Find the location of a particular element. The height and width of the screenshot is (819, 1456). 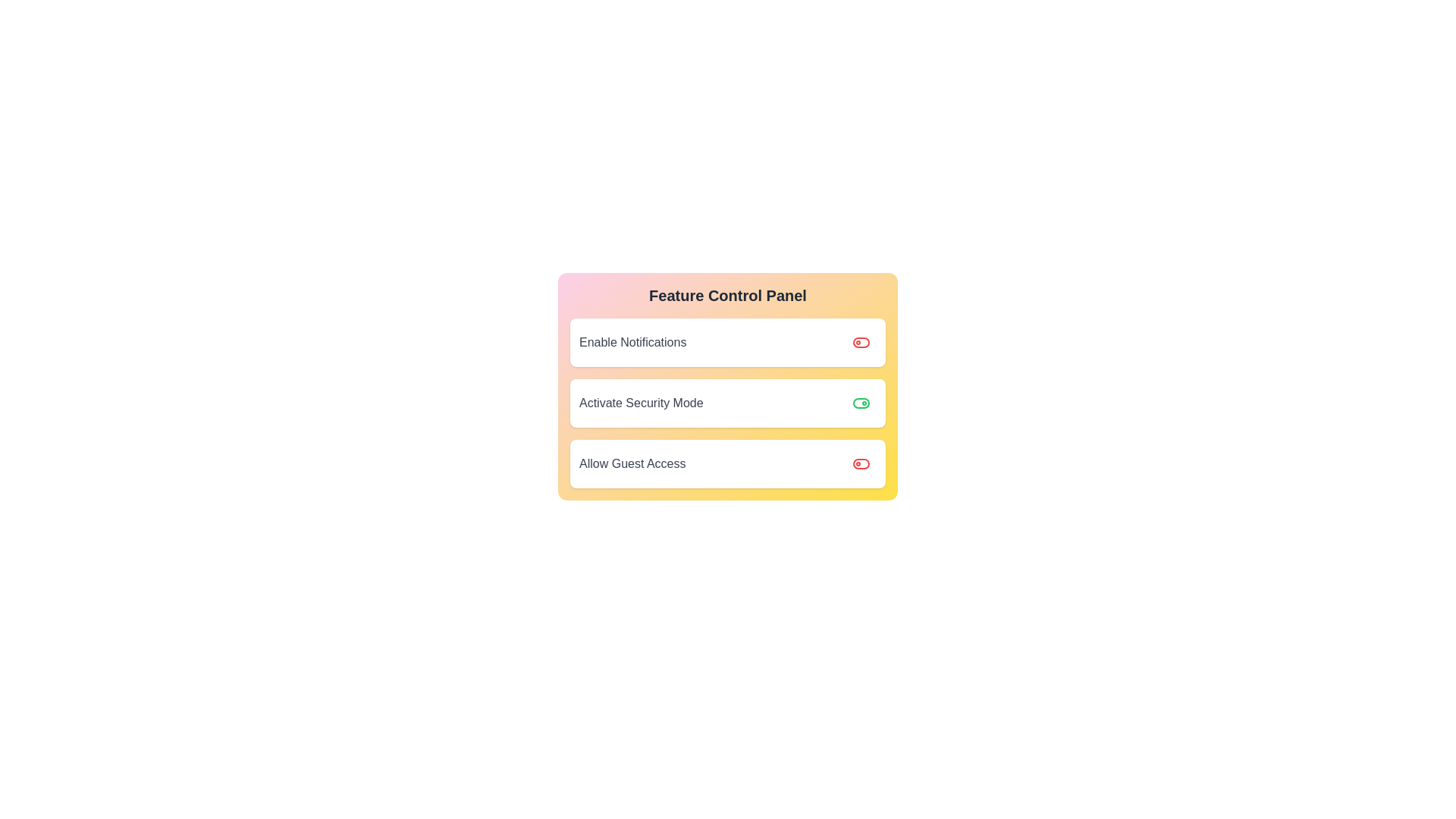

the toggle switch icon resembling a left toggle, styled in red to denote an inactive state, located next to 'Enable Notifications' in the 'Feature Control Panel' is located at coordinates (861, 463).